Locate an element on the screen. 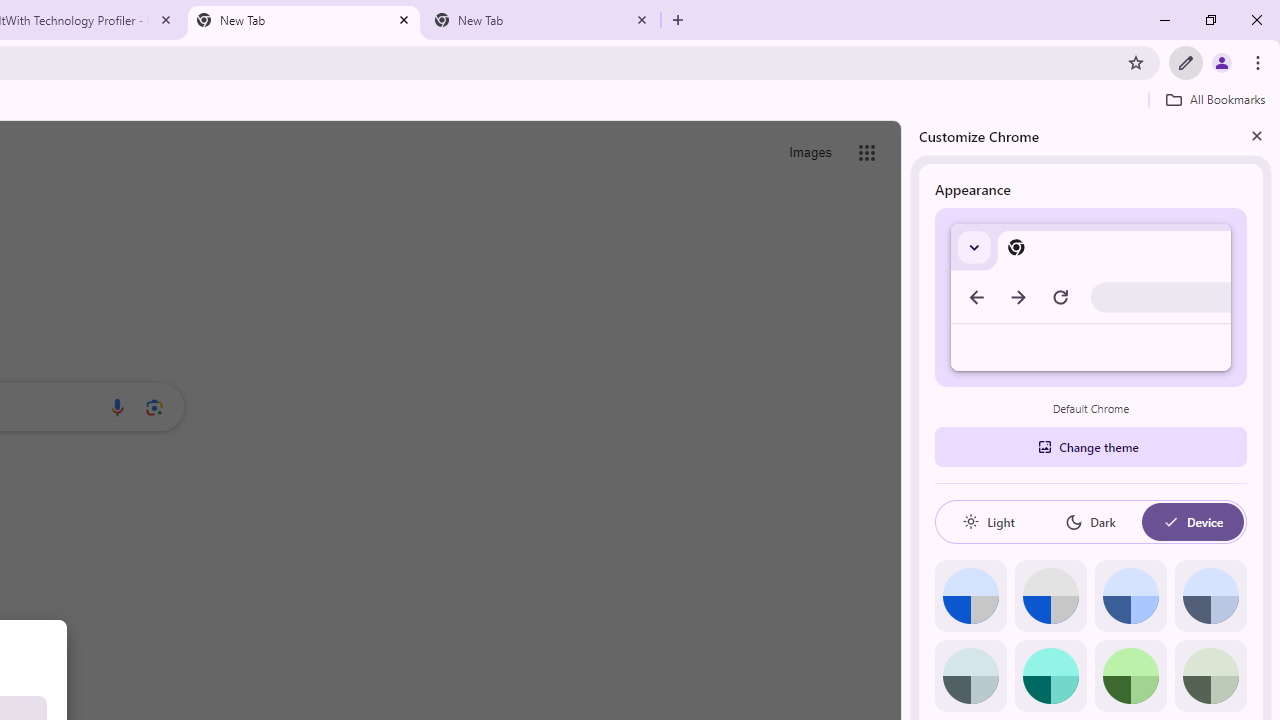  'Green' is located at coordinates (1130, 675).